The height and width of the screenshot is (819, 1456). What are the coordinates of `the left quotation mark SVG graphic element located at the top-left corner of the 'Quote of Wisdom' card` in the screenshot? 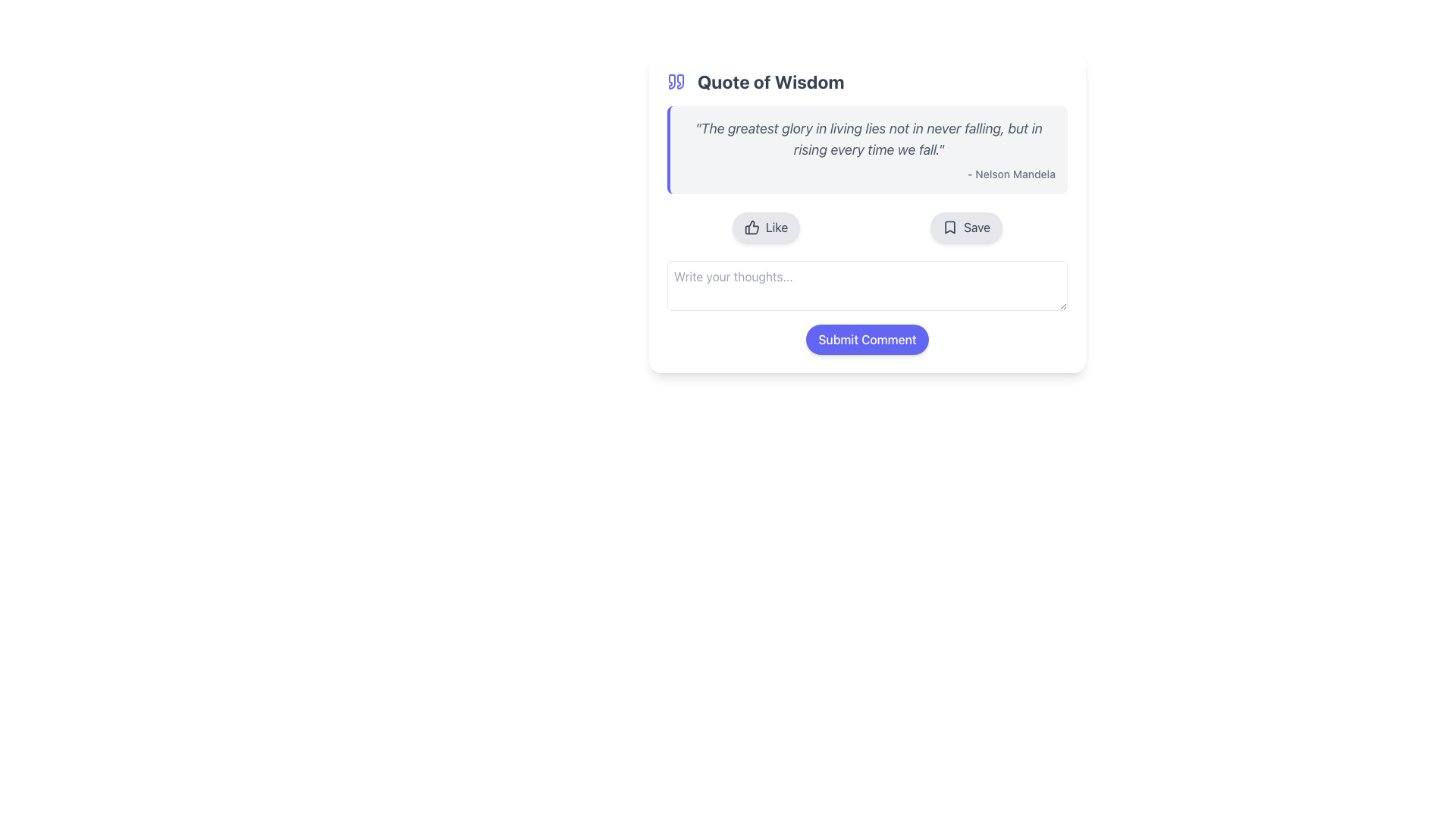 It's located at (671, 82).